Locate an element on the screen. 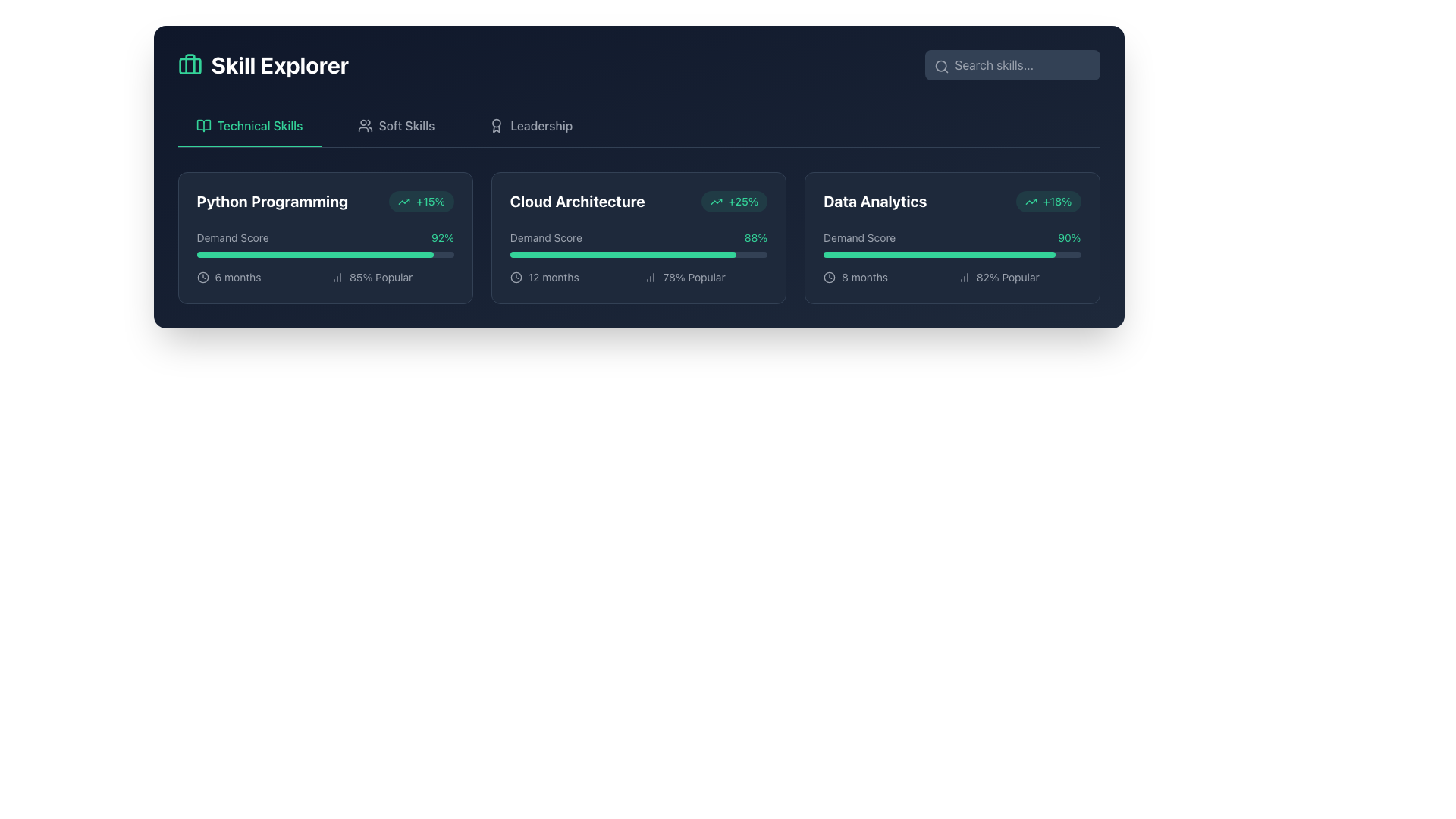 The height and width of the screenshot is (819, 1456). the progress bar located within the 'Cloud Architecture' card, specifically below the 'Demand Score' label and the '88%' text is located at coordinates (639, 253).